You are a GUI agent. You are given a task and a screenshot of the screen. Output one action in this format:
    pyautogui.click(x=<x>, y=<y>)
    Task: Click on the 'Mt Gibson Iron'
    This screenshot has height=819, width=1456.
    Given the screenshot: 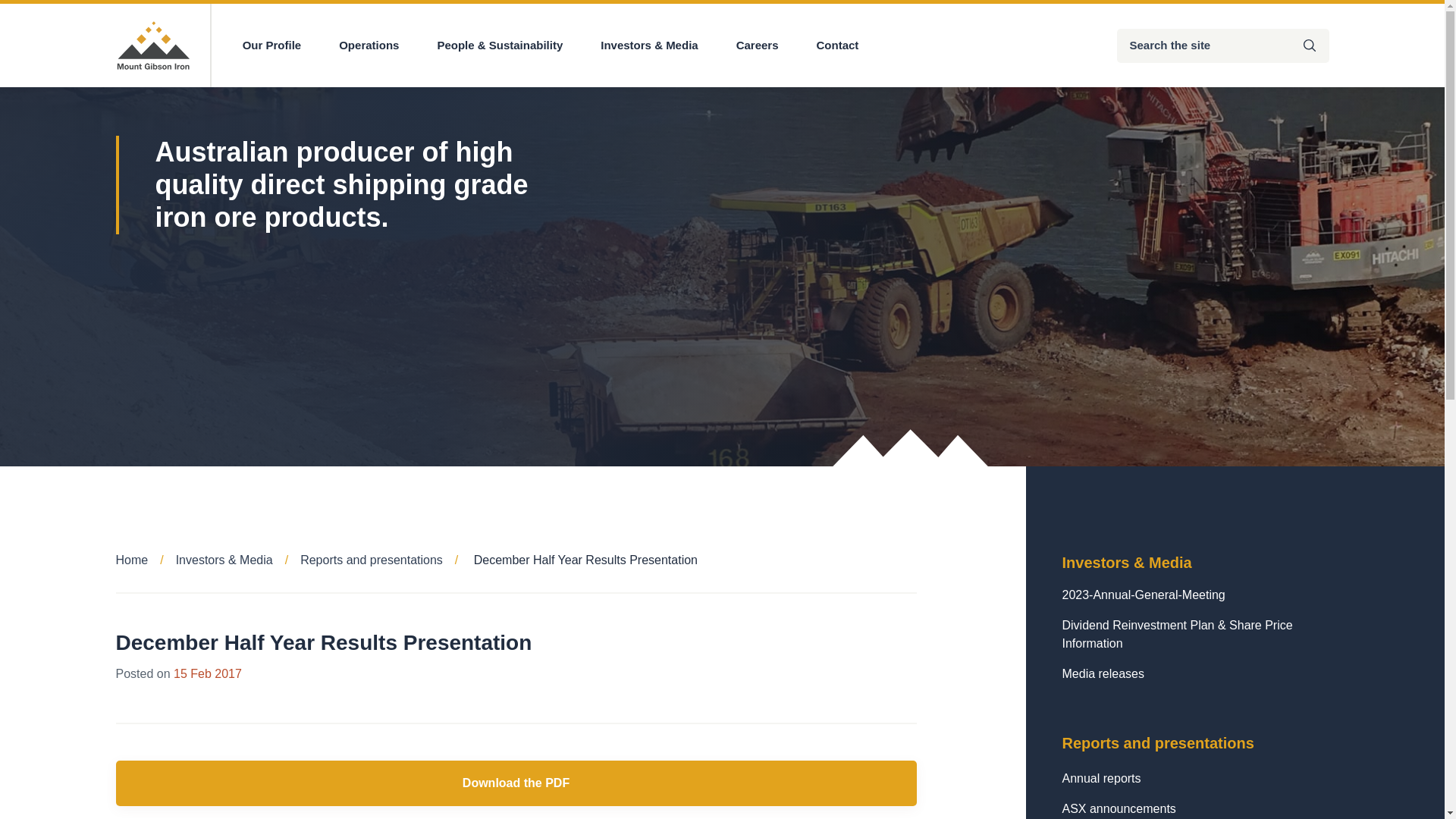 What is the action you would take?
    pyautogui.click(x=153, y=45)
    